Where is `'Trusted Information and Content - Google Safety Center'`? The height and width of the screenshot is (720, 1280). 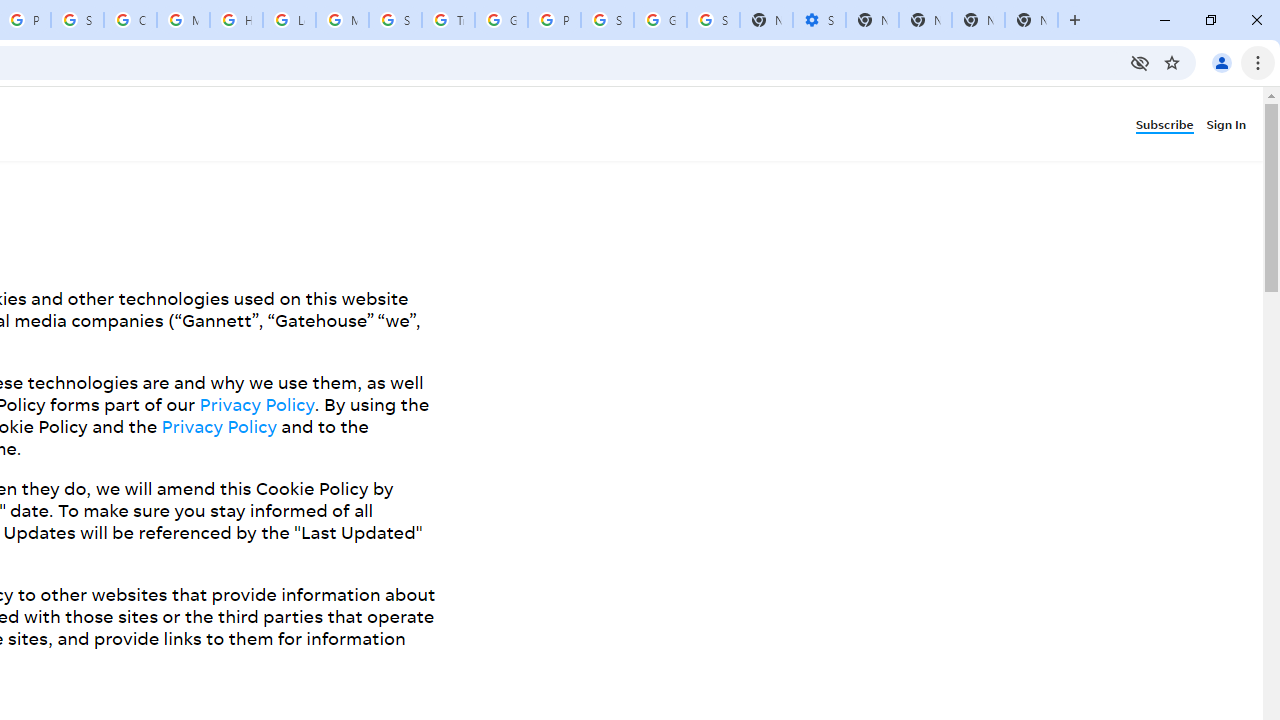
'Trusted Information and Content - Google Safety Center' is located at coordinates (447, 20).